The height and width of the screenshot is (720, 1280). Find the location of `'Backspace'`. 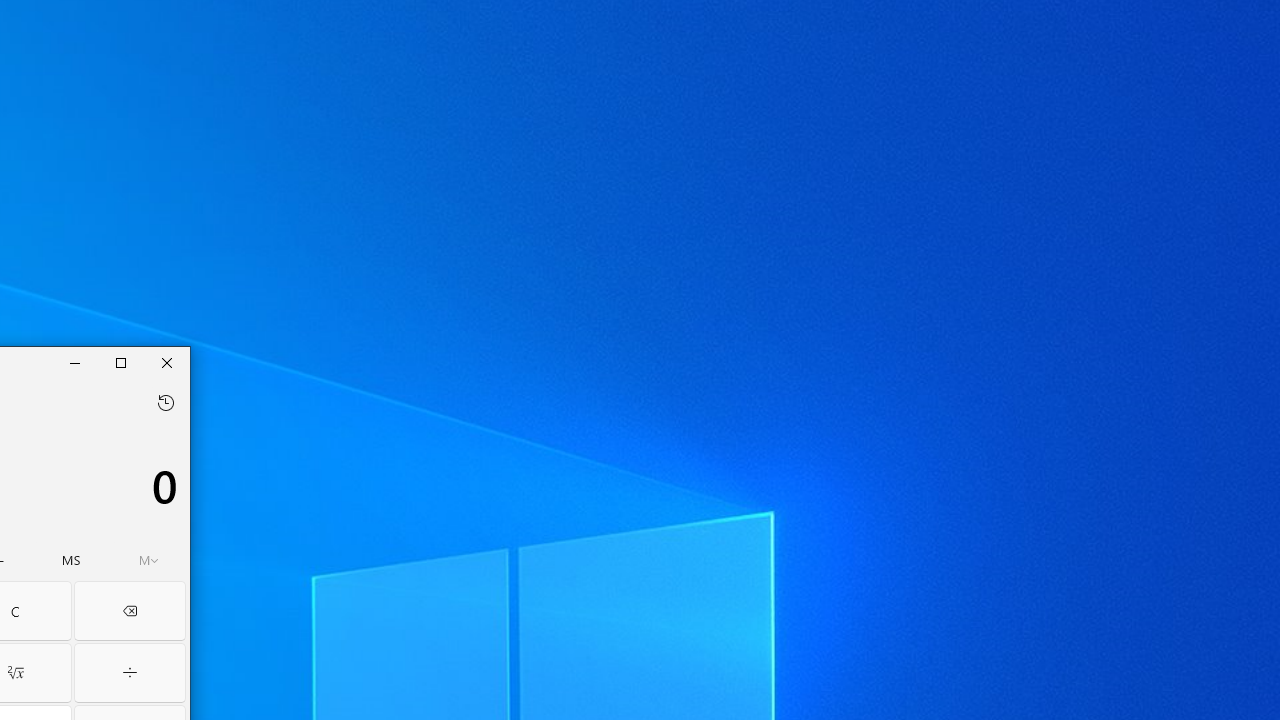

'Backspace' is located at coordinates (128, 609).